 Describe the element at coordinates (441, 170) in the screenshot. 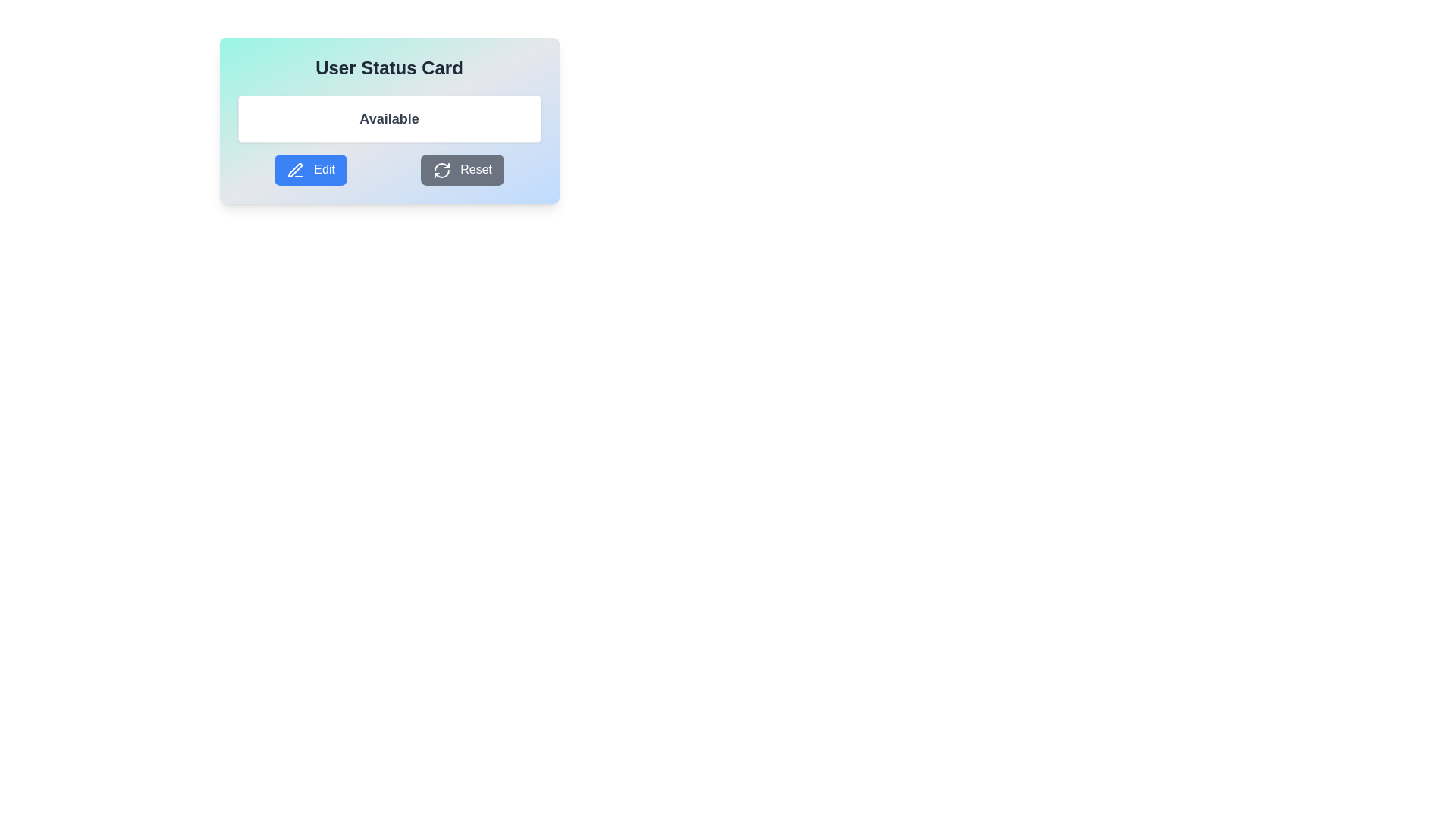

I see `the 'Reset' button which contains the circular arrows SVG icon located in the lower-right section of the card layout` at that location.